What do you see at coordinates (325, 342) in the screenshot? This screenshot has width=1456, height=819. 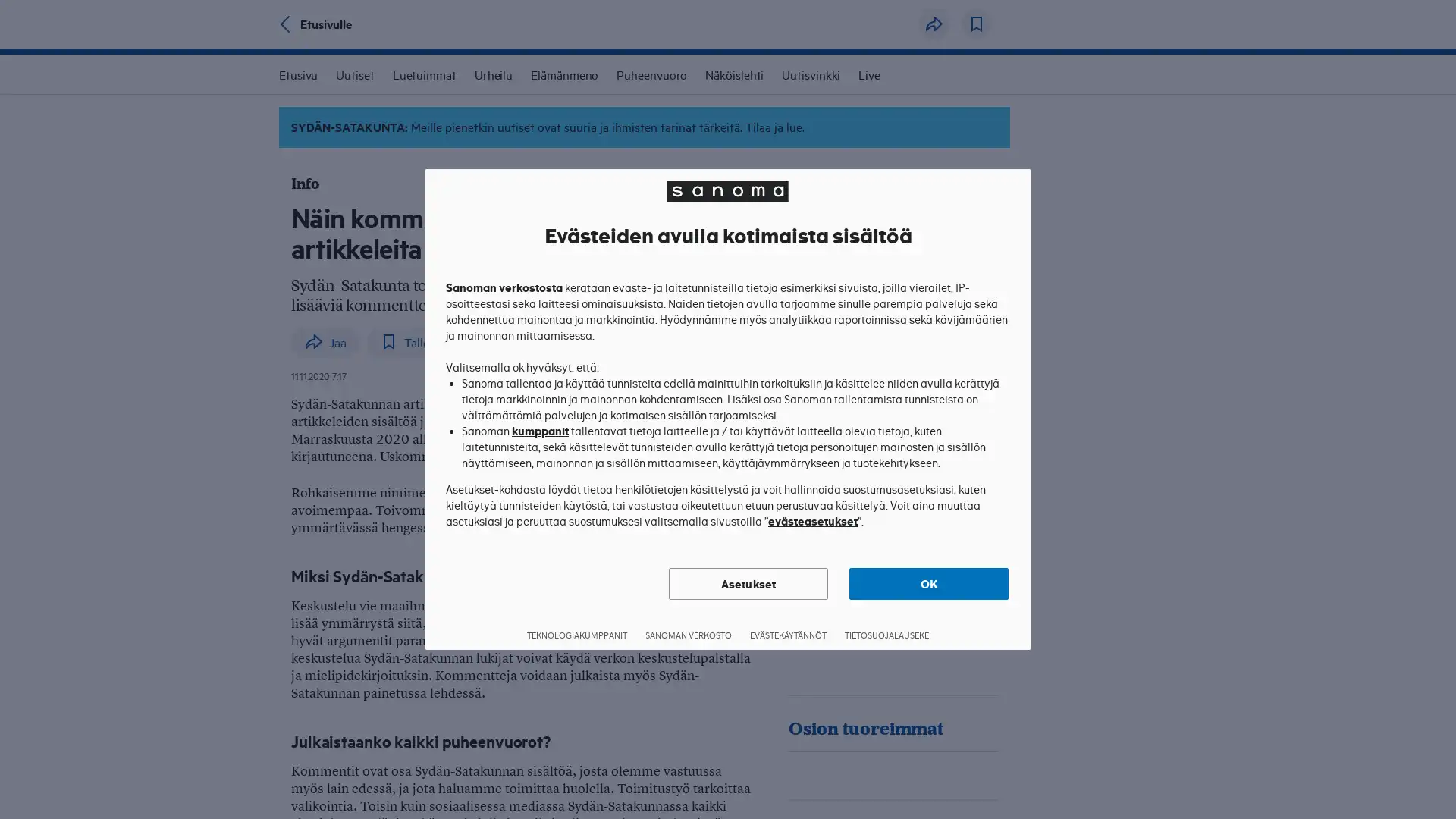 I see `Jaa` at bounding box center [325, 342].